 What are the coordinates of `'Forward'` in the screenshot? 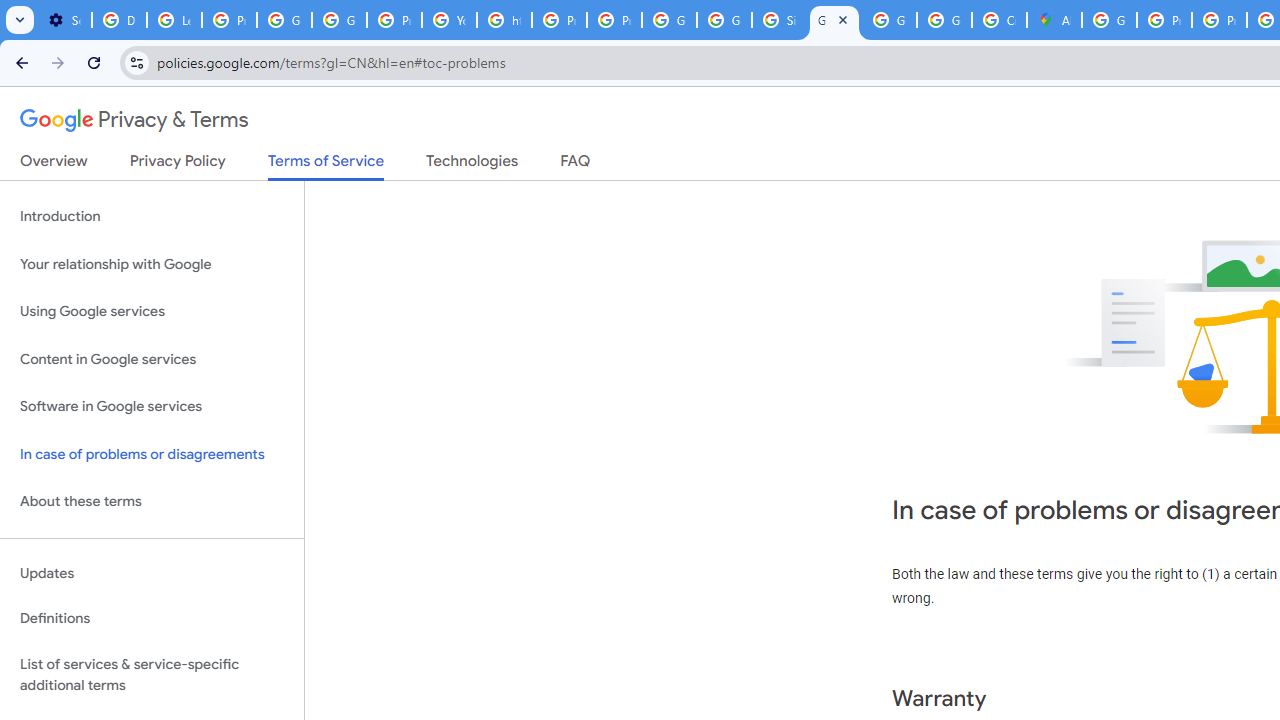 It's located at (58, 61).